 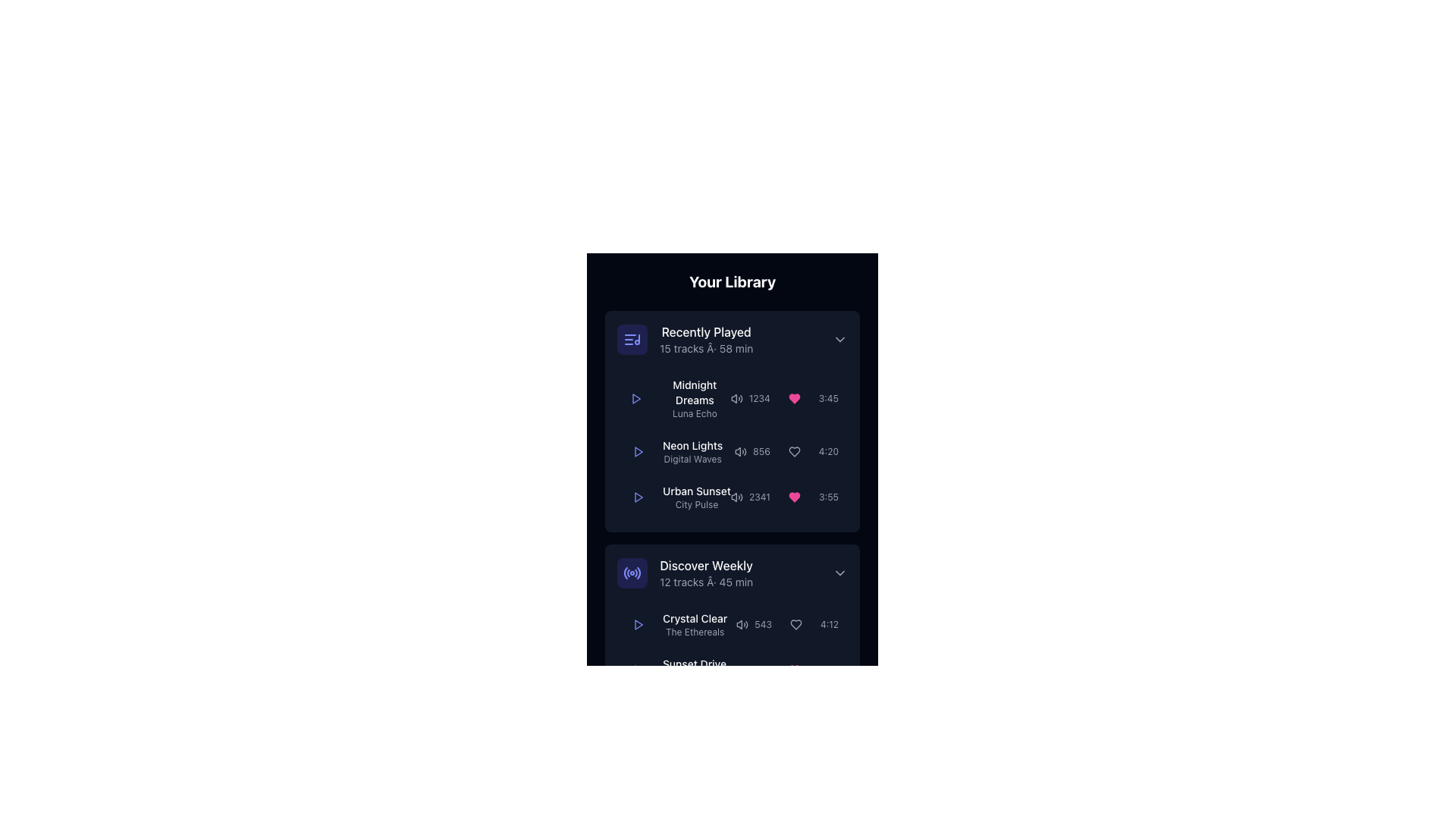 I want to click on the text label 'Midnight Dreams' displayed in white color, which is located in the first list item under the 'Recently Played' section of the interface, so click(x=694, y=391).